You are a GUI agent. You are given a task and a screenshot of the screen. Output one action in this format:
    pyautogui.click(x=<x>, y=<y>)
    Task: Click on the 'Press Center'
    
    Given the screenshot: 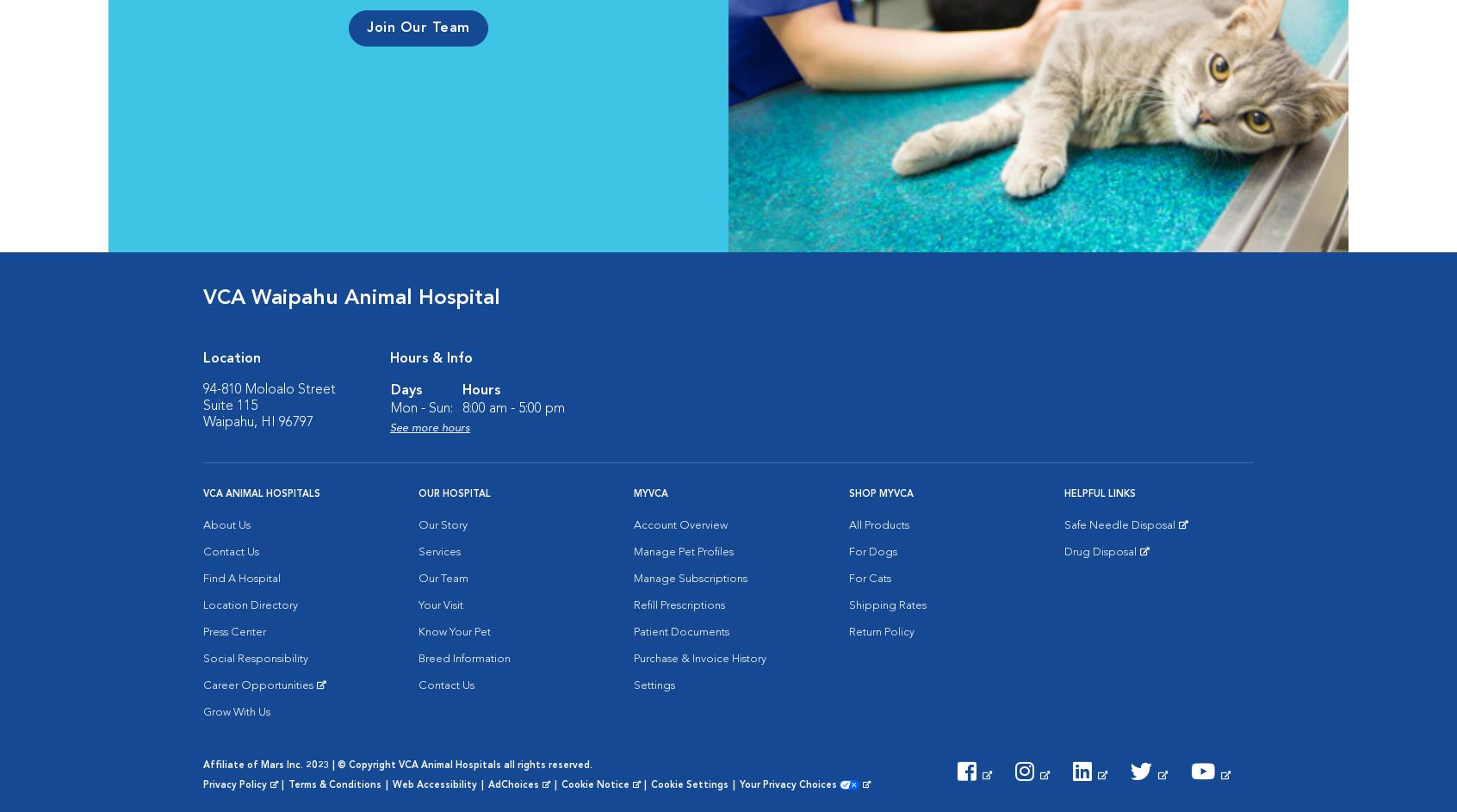 What is the action you would take?
    pyautogui.click(x=203, y=632)
    